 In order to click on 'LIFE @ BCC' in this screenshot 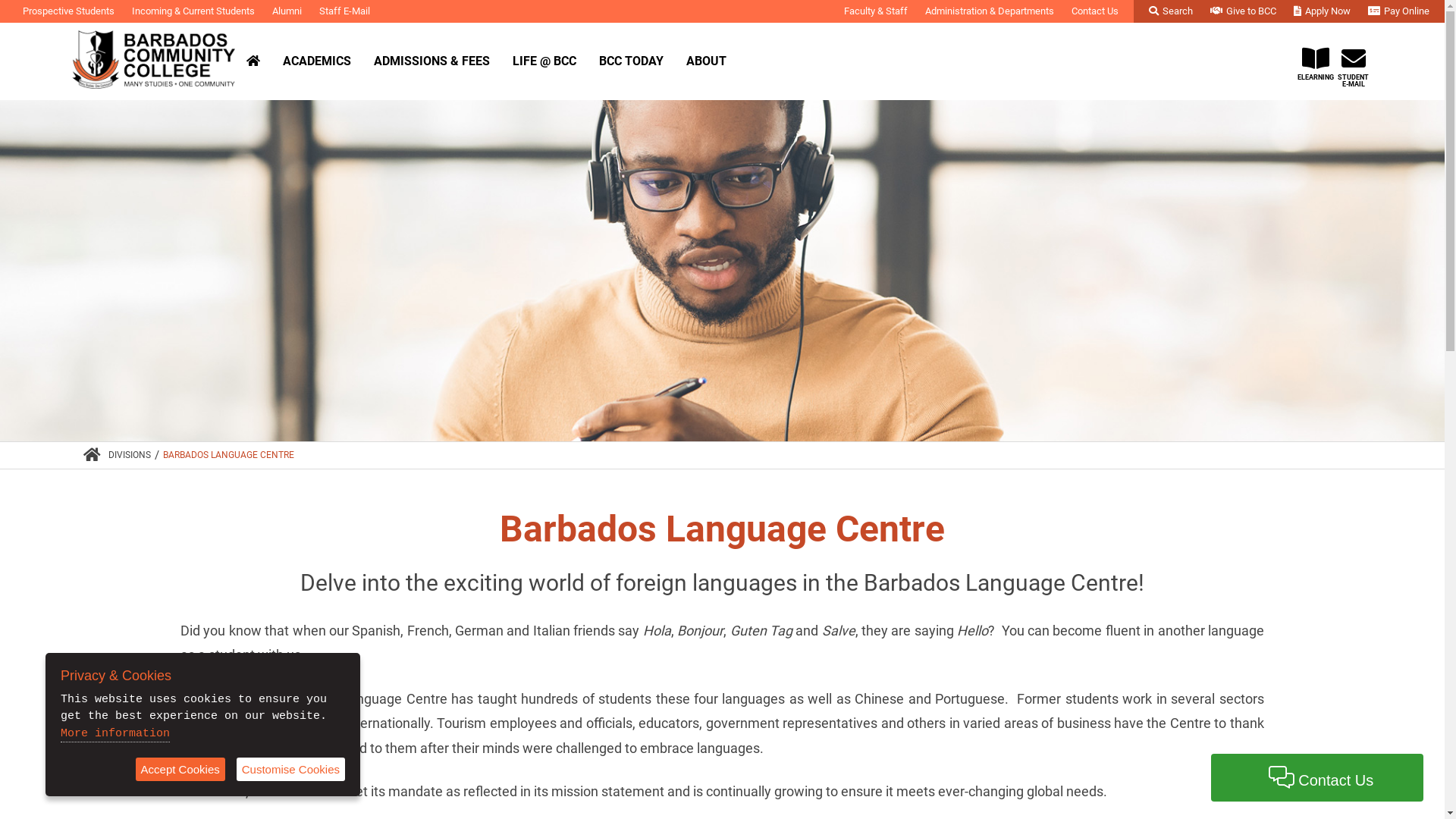, I will do `click(544, 61)`.